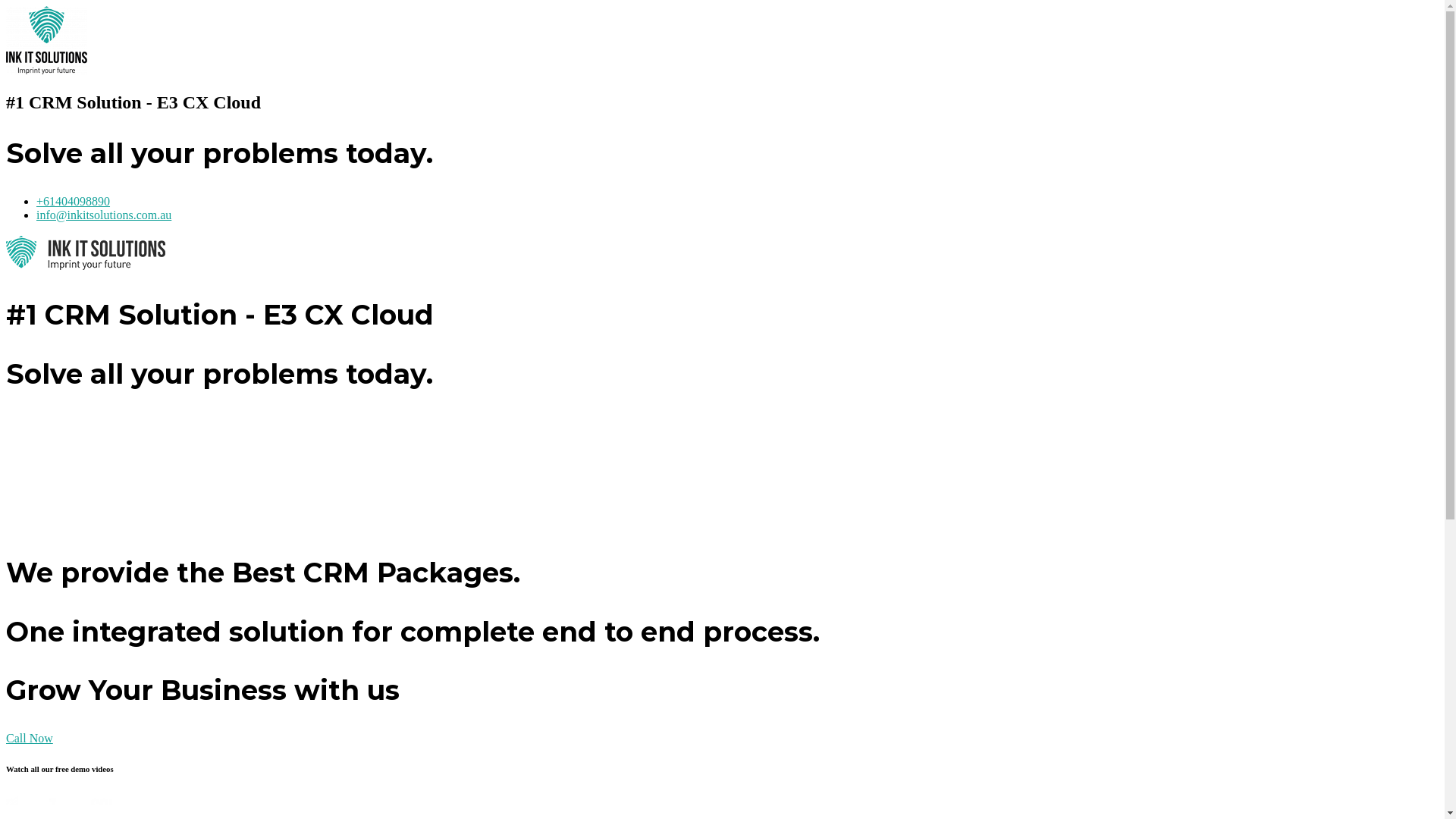 The image size is (1456, 819). I want to click on 'info@inkitsolutions.com.au', so click(103, 215).